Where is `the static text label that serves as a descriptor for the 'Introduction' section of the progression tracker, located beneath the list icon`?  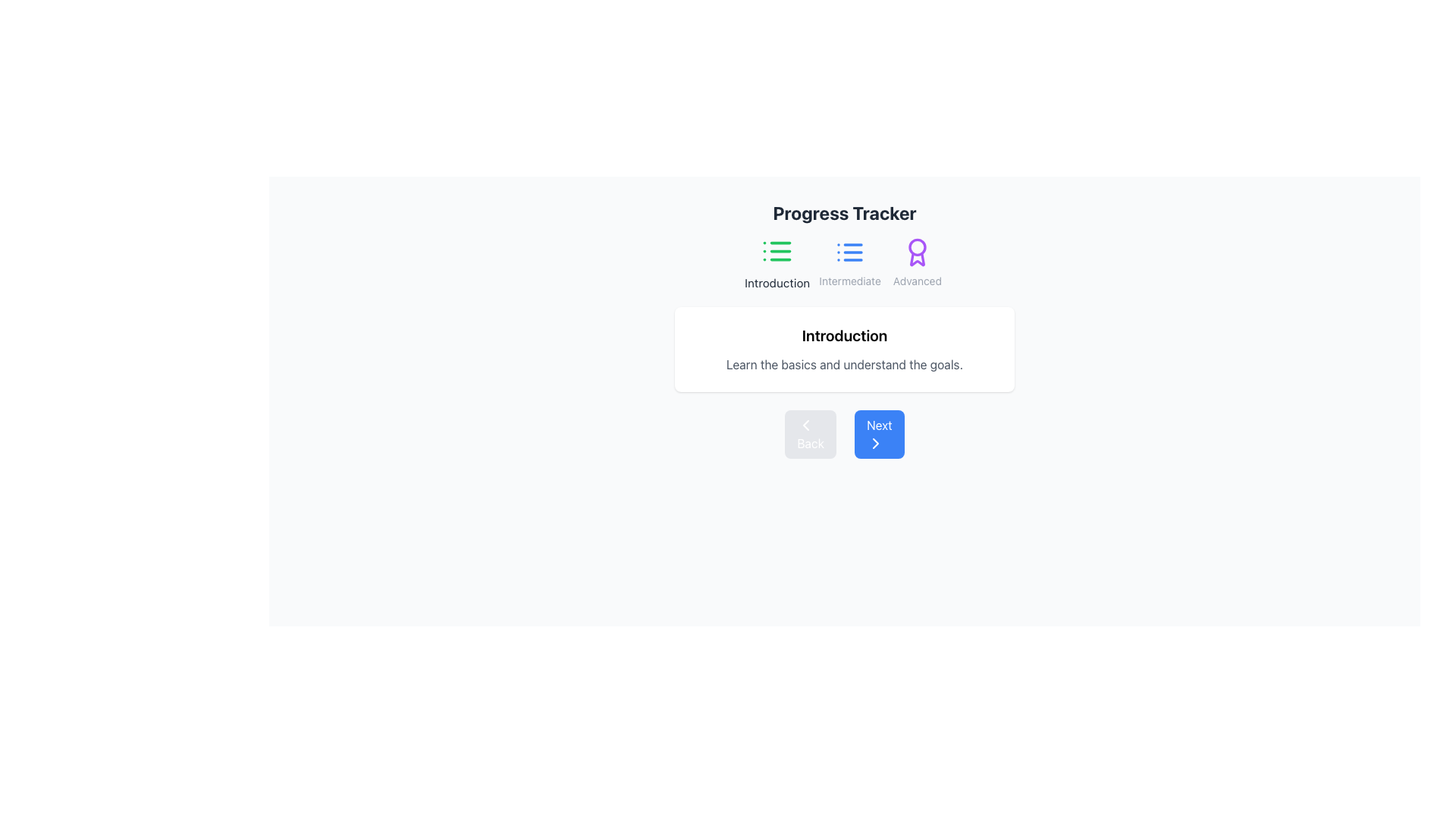 the static text label that serves as a descriptor for the 'Introduction' section of the progression tracker, located beneath the list icon is located at coordinates (777, 283).